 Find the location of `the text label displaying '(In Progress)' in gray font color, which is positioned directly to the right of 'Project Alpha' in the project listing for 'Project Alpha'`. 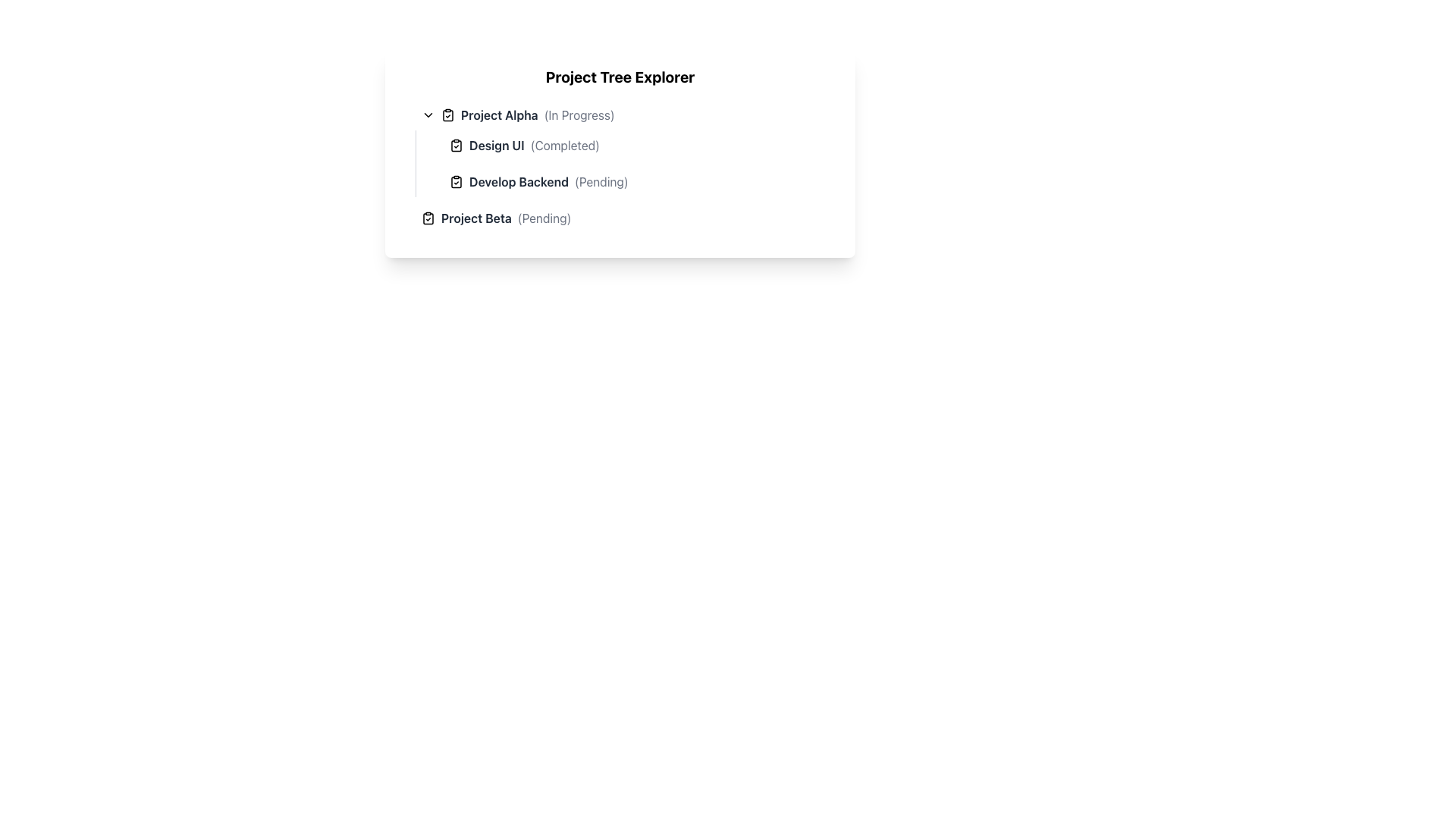

the text label displaying '(In Progress)' in gray font color, which is positioned directly to the right of 'Project Alpha' in the project listing for 'Project Alpha' is located at coordinates (579, 114).